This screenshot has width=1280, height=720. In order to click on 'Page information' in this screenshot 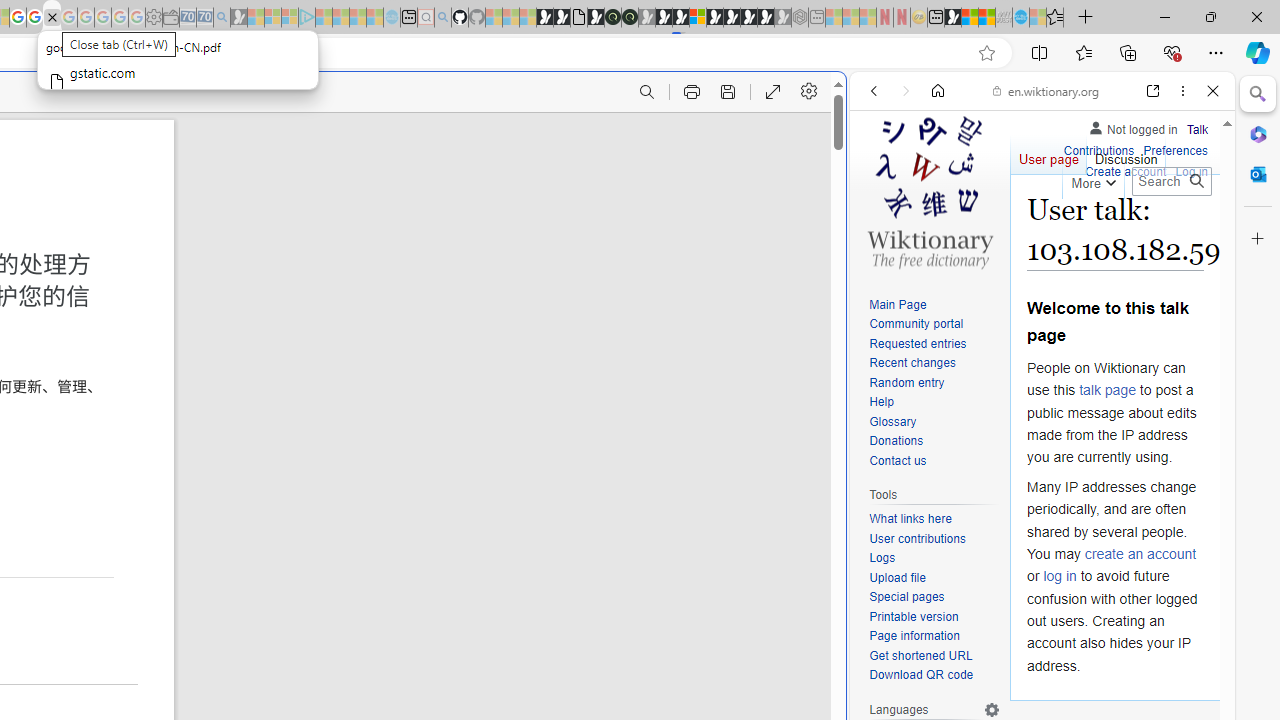, I will do `click(934, 637)`.